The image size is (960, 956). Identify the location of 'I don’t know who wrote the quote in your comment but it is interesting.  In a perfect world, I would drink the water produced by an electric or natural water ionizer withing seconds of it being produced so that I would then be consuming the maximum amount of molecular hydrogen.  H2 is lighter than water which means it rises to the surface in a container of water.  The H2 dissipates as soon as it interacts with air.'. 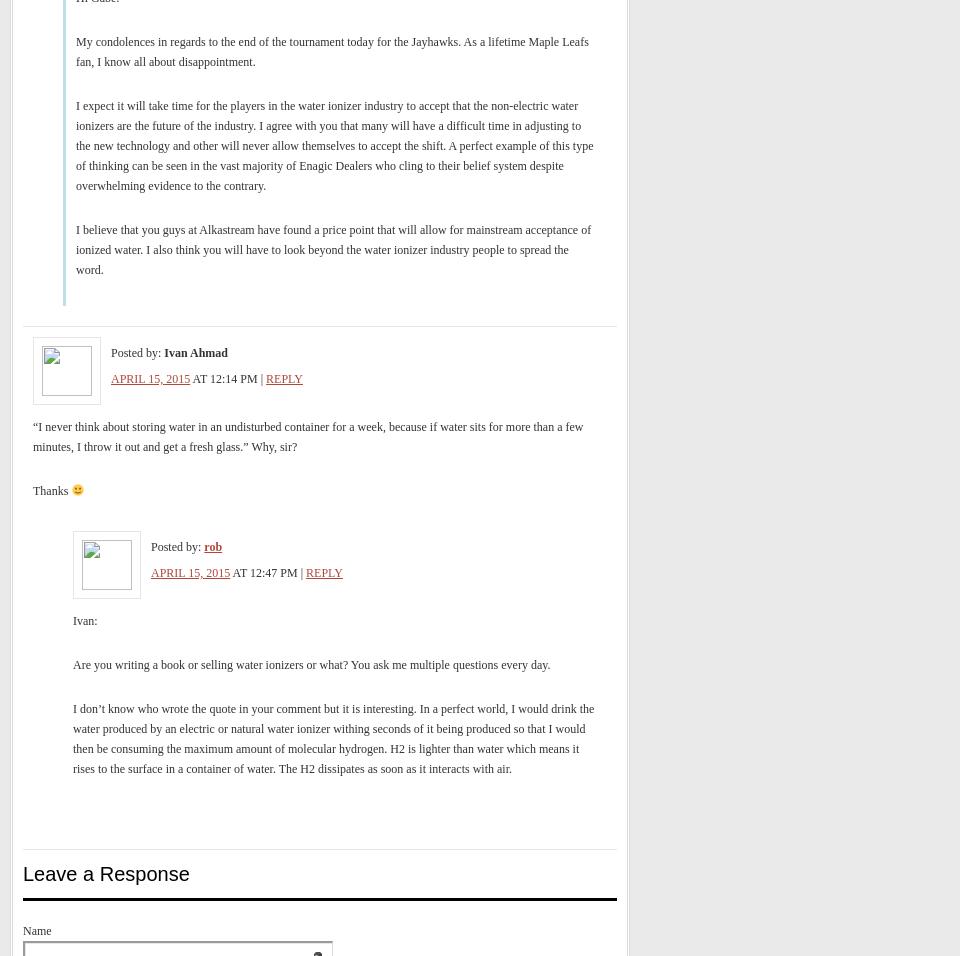
(333, 737).